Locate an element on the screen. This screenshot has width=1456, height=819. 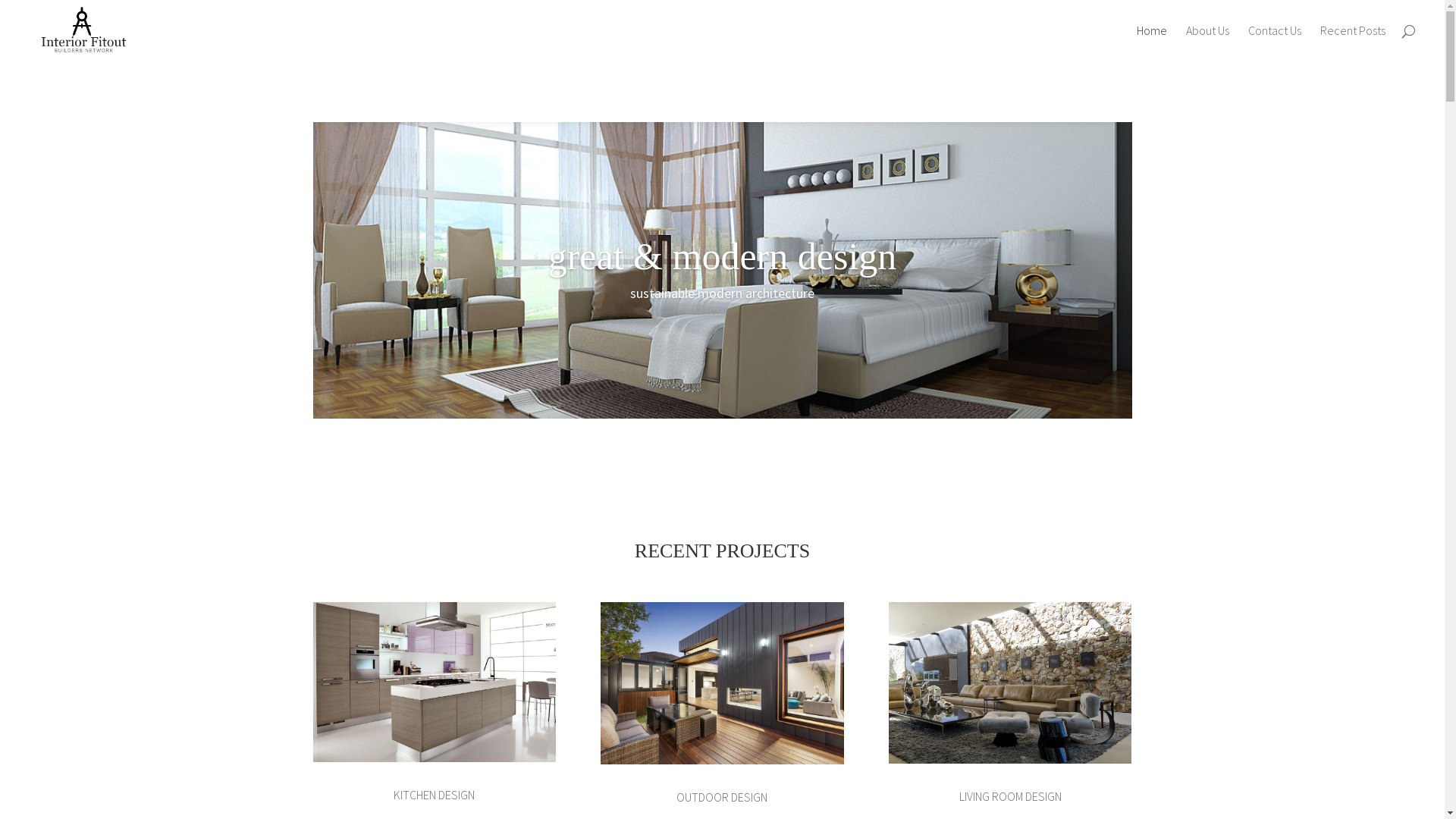
'Recent Posts' is located at coordinates (1353, 42).